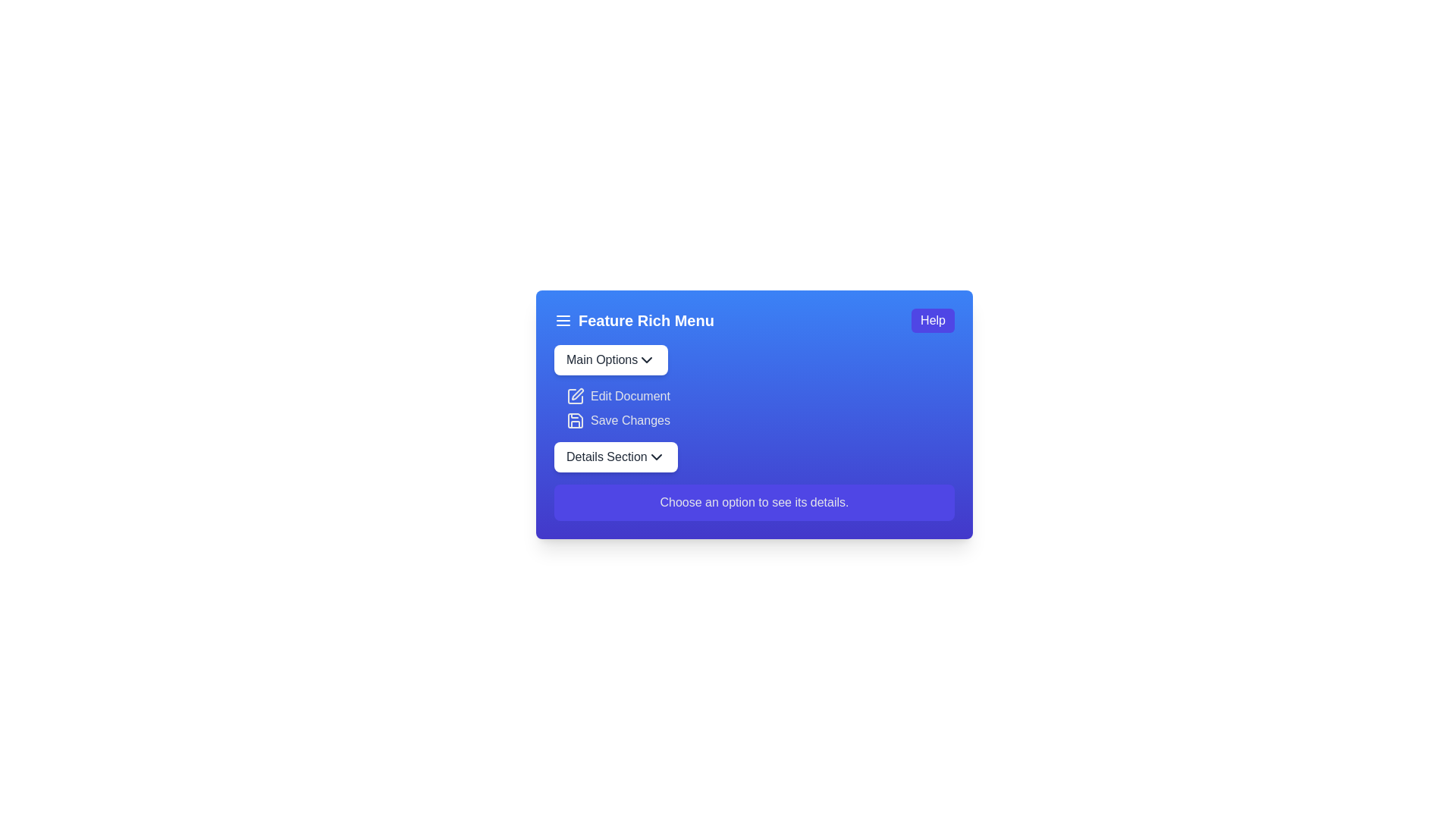 The image size is (1456, 819). What do you see at coordinates (618, 421) in the screenshot?
I see `the 'Save Changes' button located in the 'Feature Rich Menu', which is the second button below 'Edit Document' and above 'Details Section' dropdown` at bounding box center [618, 421].